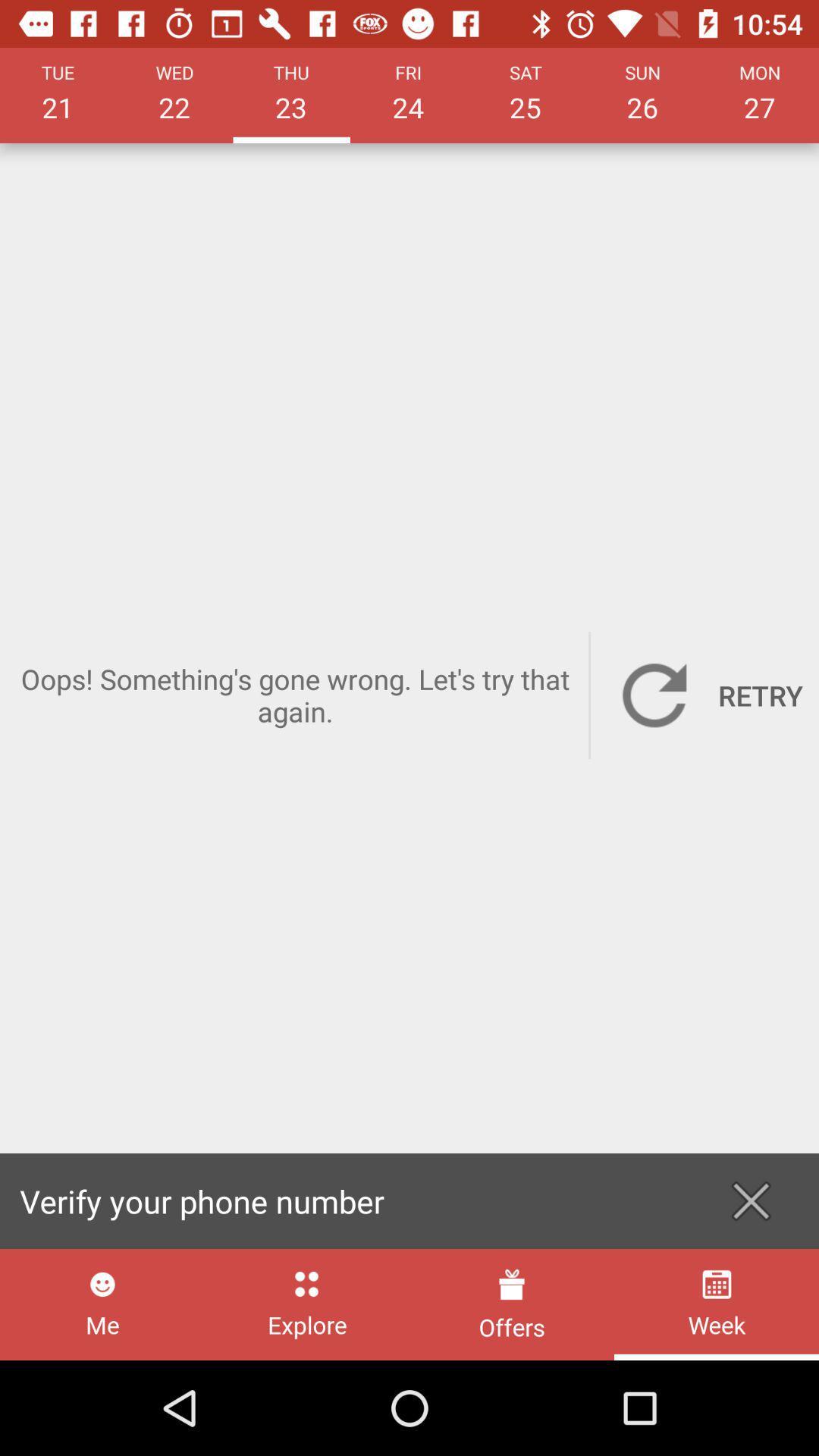  Describe the element at coordinates (704, 695) in the screenshot. I see `the item next to the oops something s` at that location.